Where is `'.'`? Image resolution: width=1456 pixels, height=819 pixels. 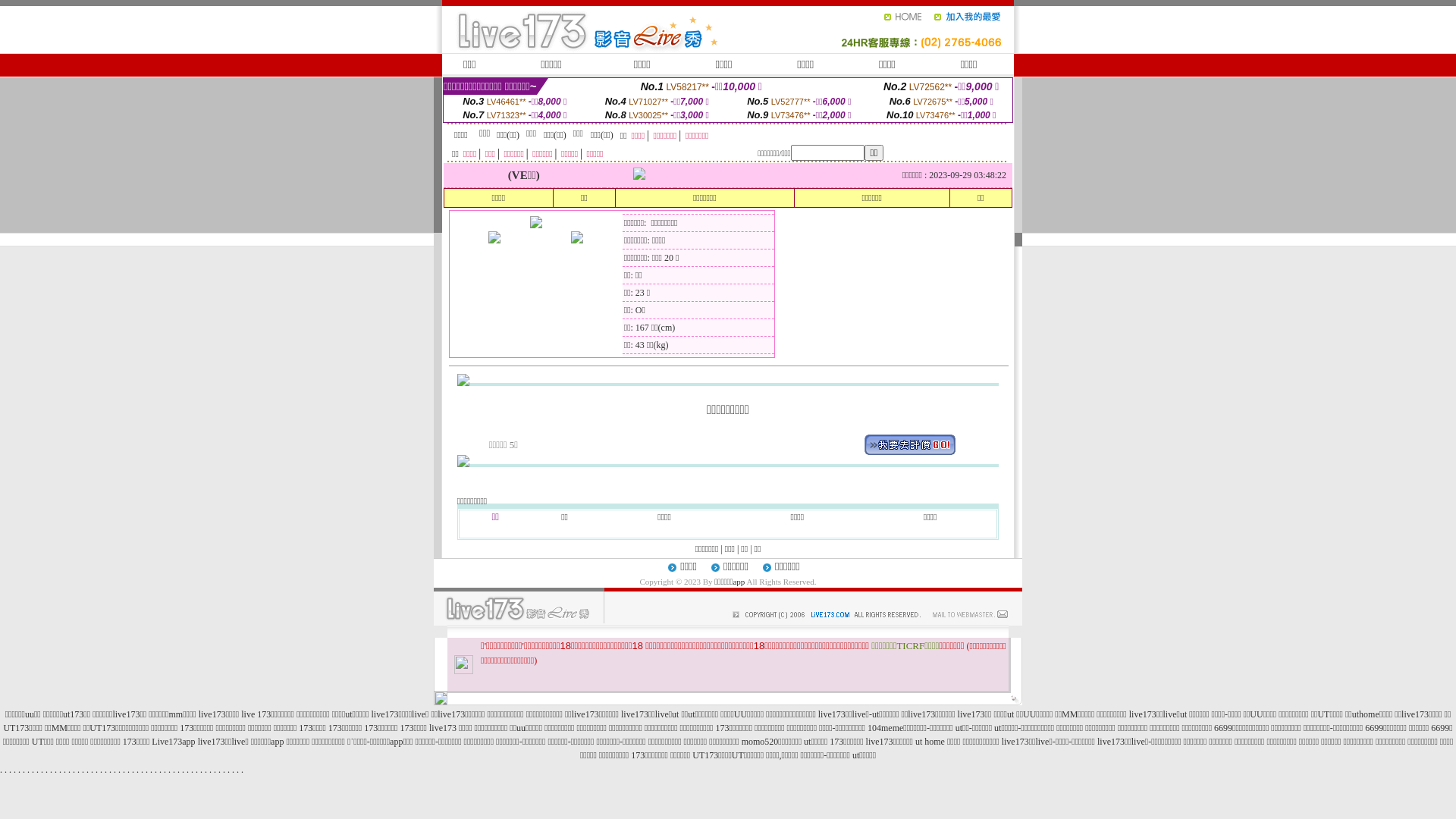
'.' is located at coordinates (77, 769).